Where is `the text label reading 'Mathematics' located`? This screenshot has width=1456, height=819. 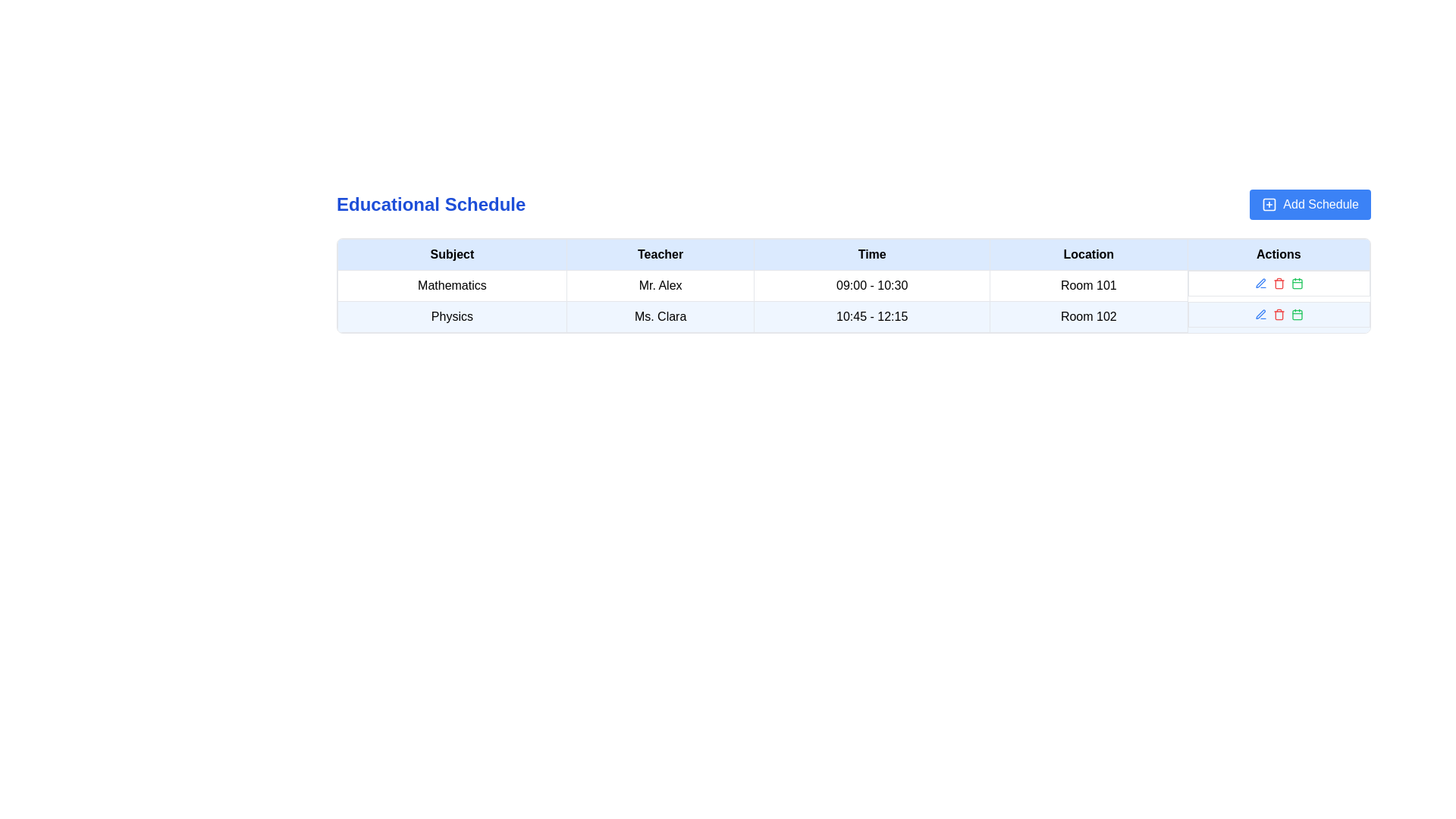
the text label reading 'Mathematics' located is located at coordinates (451, 286).